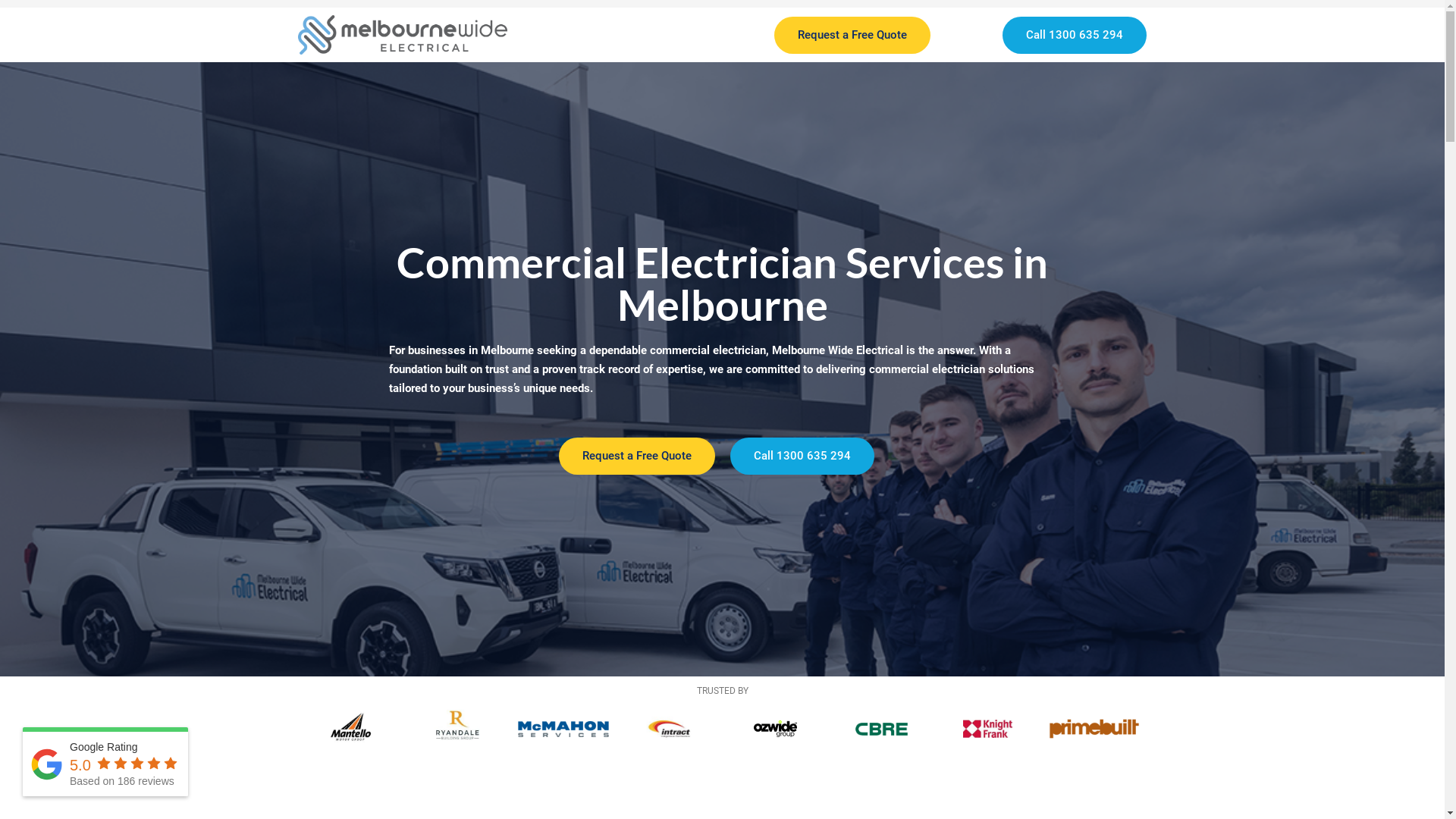 The height and width of the screenshot is (819, 1456). Describe the element at coordinates (800, 455) in the screenshot. I see `'Call 1300 635 294'` at that location.